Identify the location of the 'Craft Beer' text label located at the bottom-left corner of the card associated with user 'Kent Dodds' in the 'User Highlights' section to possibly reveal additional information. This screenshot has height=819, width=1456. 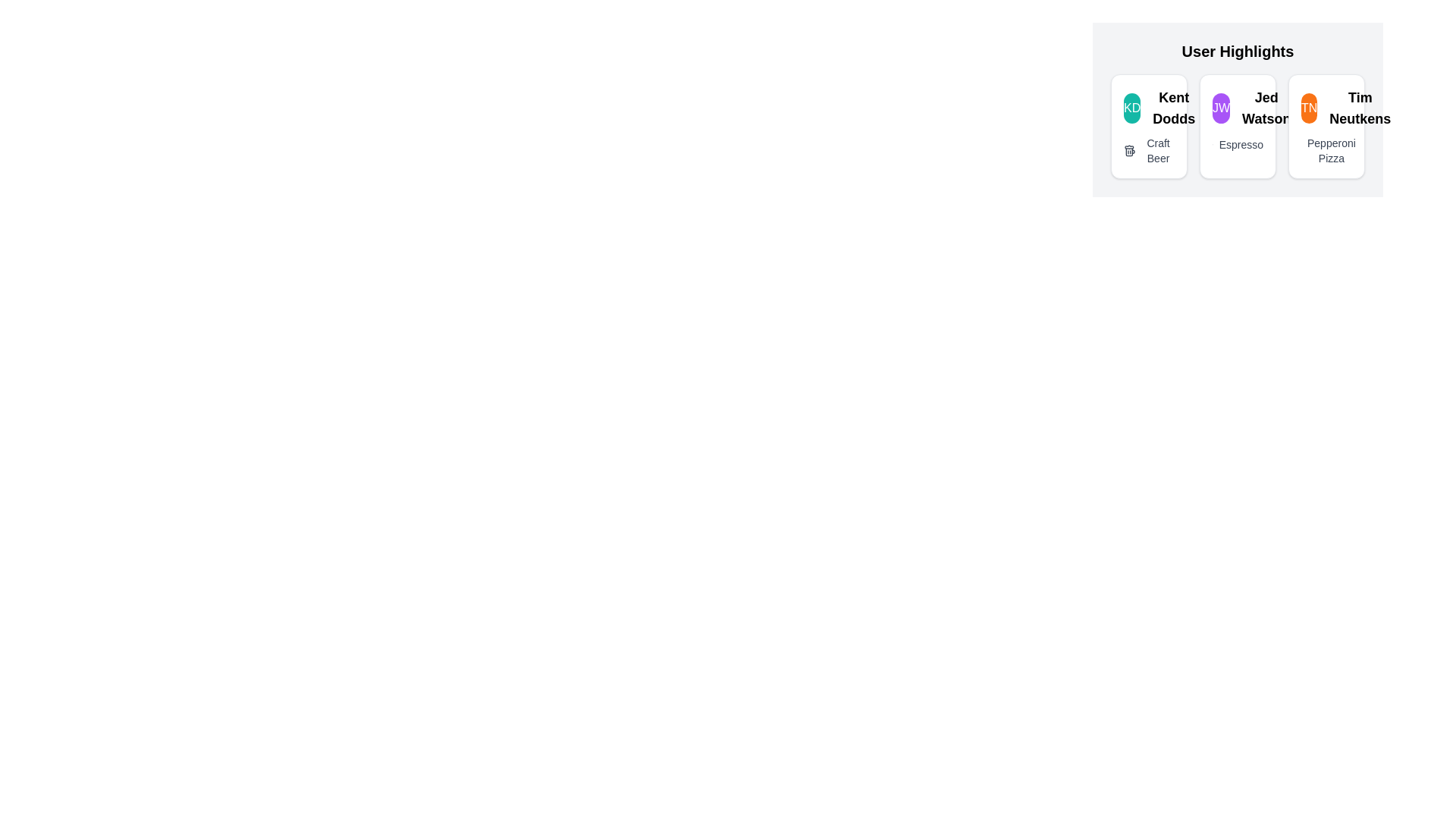
(1157, 151).